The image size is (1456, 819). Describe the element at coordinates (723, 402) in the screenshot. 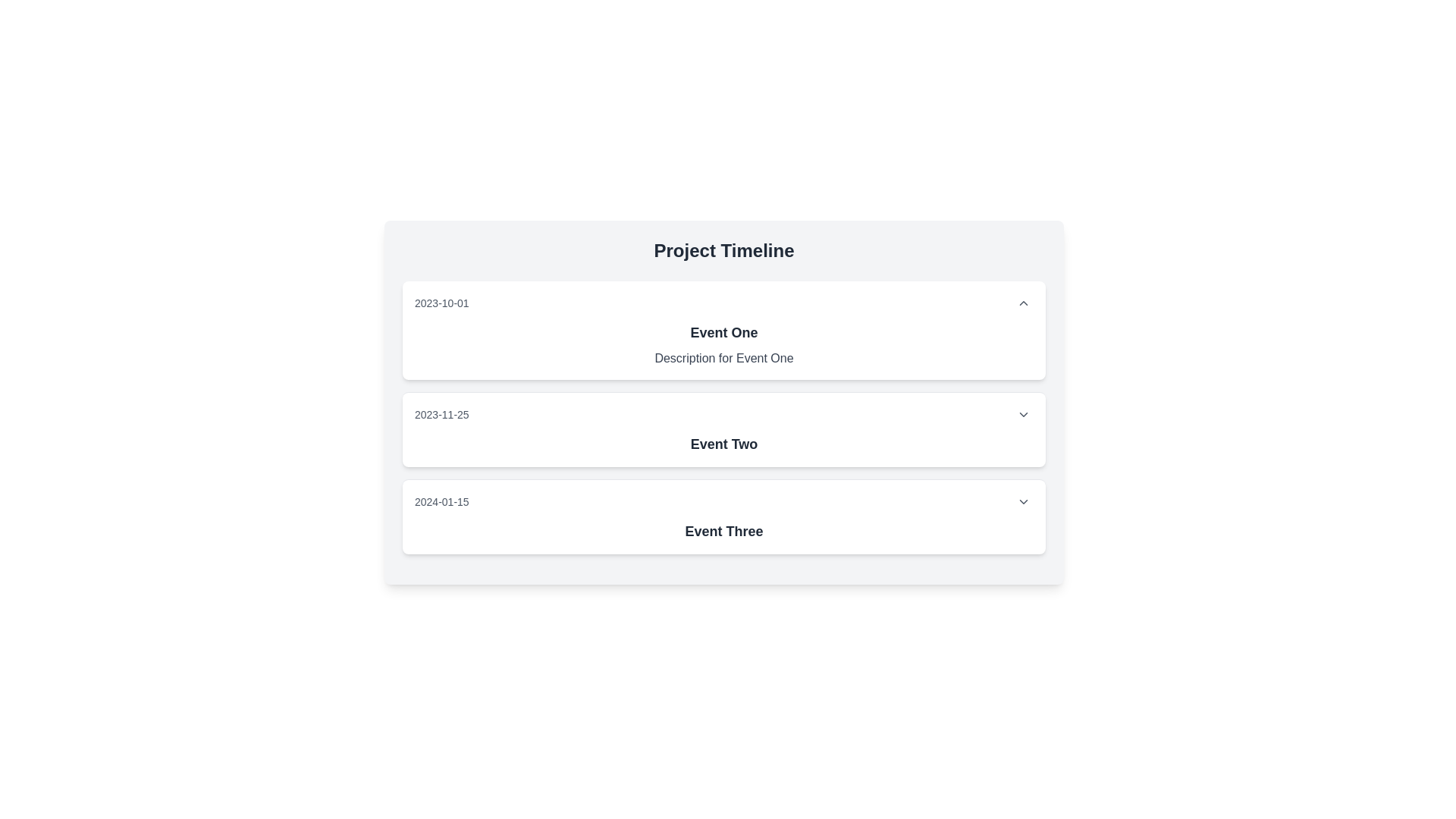

I see `the second list item in the Project Timeline component to interact with the event` at that location.